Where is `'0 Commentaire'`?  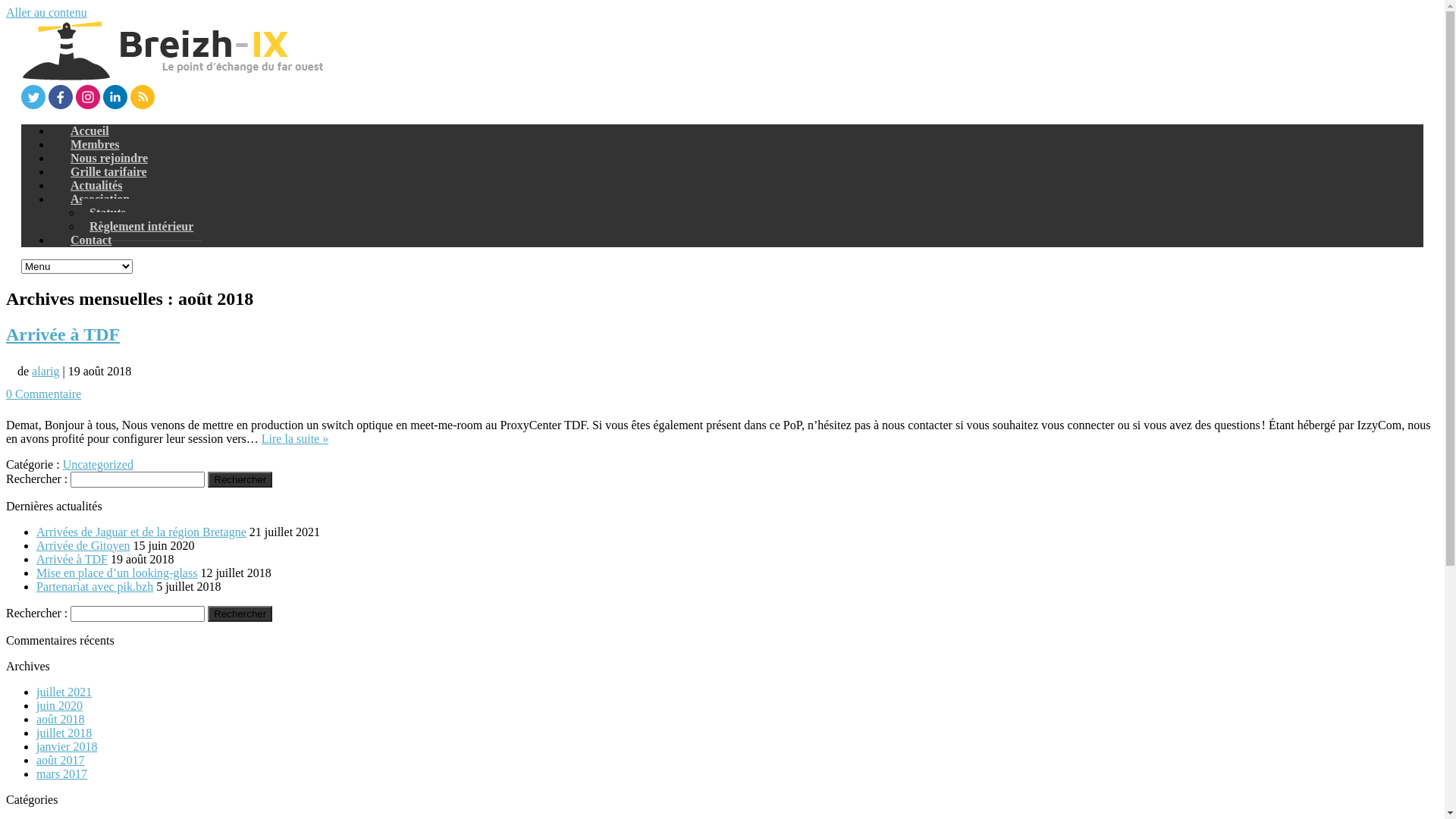 '0 Commentaire' is located at coordinates (43, 393).